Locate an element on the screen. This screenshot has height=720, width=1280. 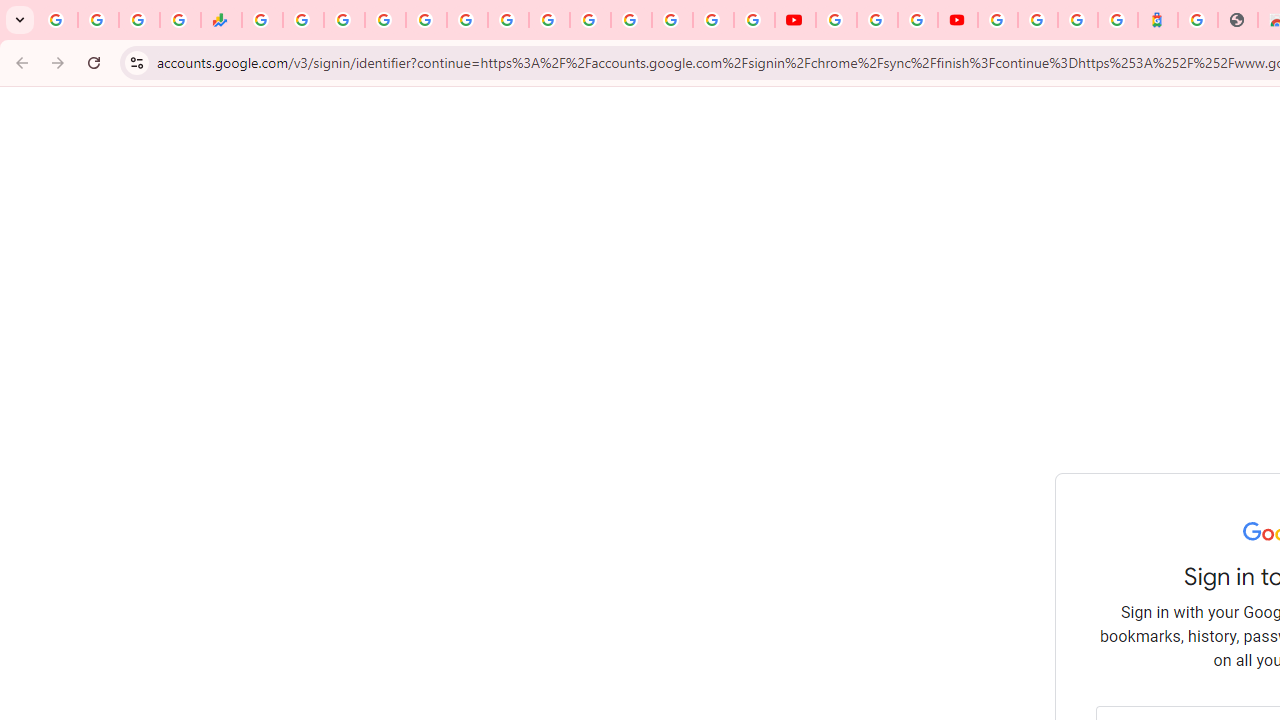
'Google Workspace Admin Community' is located at coordinates (57, 20).